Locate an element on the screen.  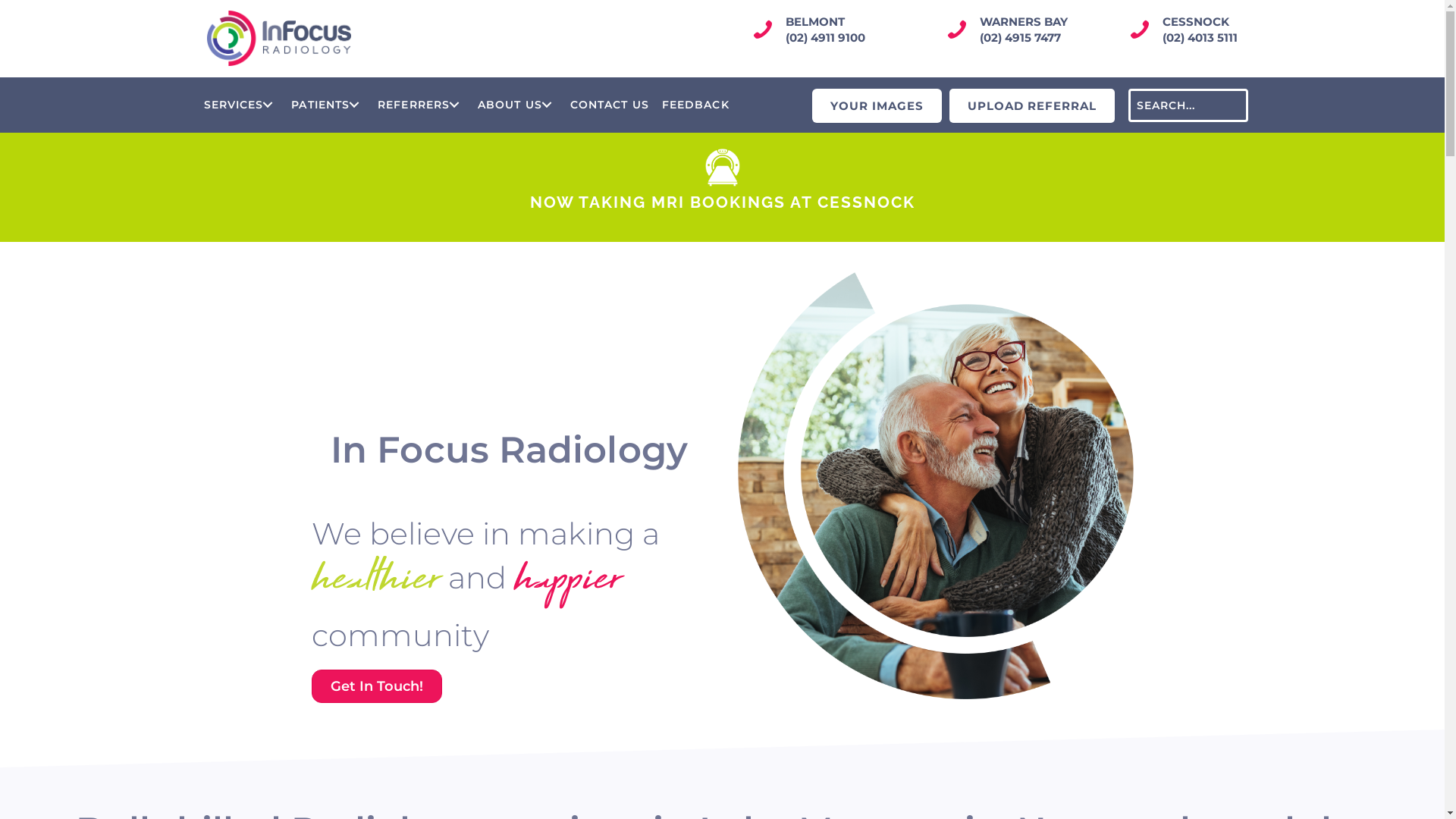
'ABOUT US' is located at coordinates (517, 104).